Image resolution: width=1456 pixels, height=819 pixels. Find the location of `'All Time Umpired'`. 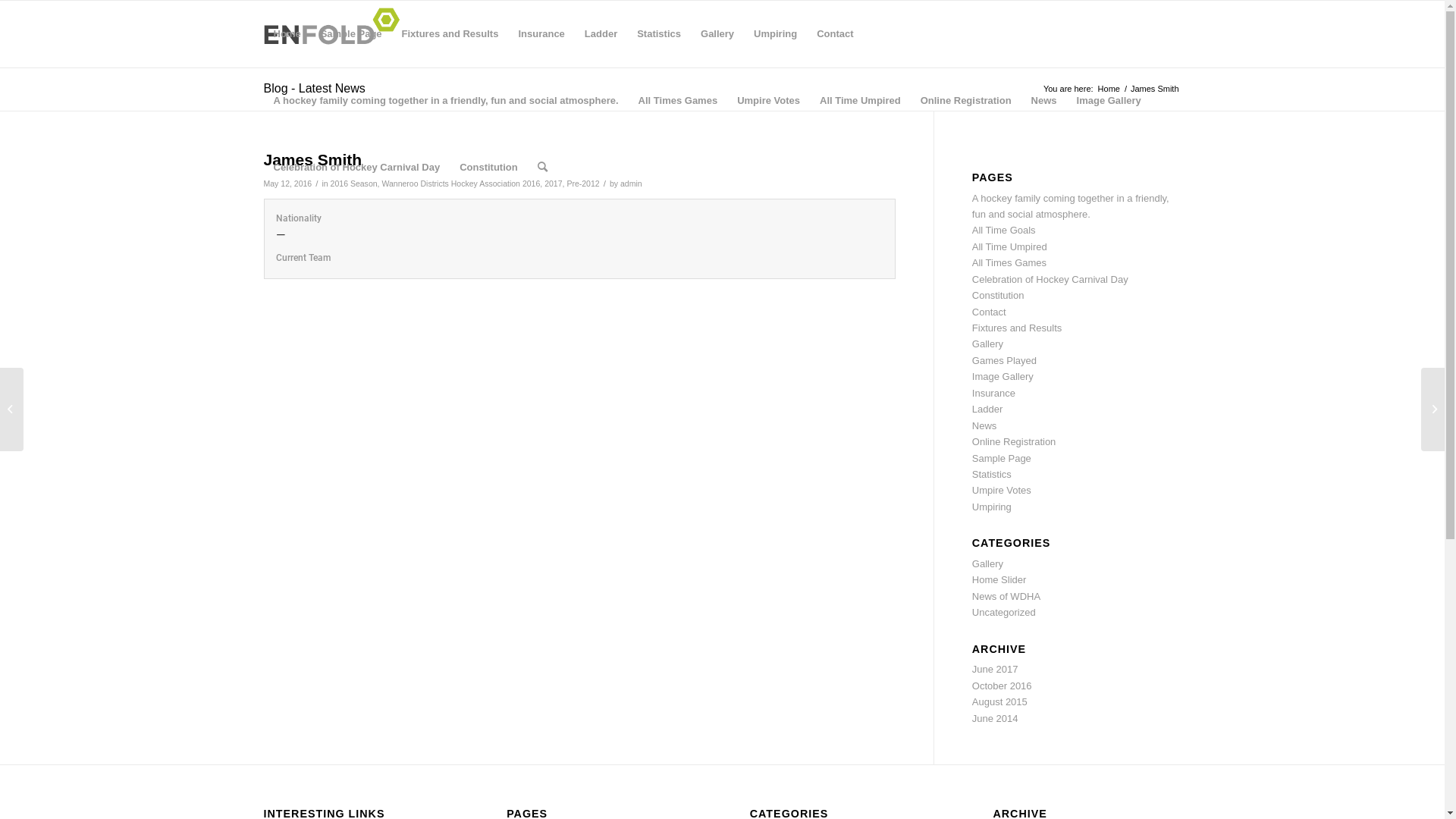

'All Time Umpired' is located at coordinates (809, 100).